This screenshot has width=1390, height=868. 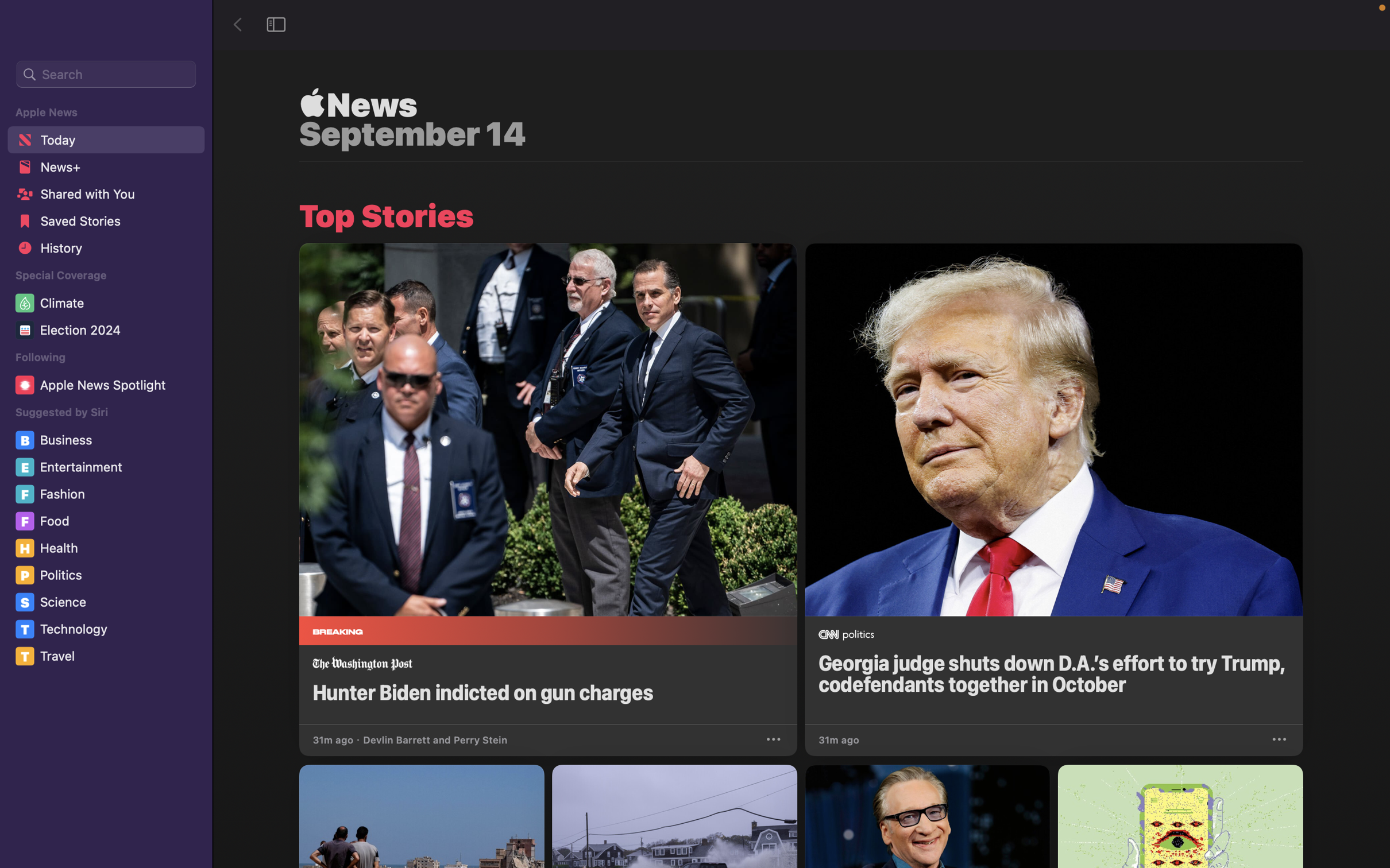 What do you see at coordinates (109, 547) in the screenshot?
I see `the "Health" category` at bounding box center [109, 547].